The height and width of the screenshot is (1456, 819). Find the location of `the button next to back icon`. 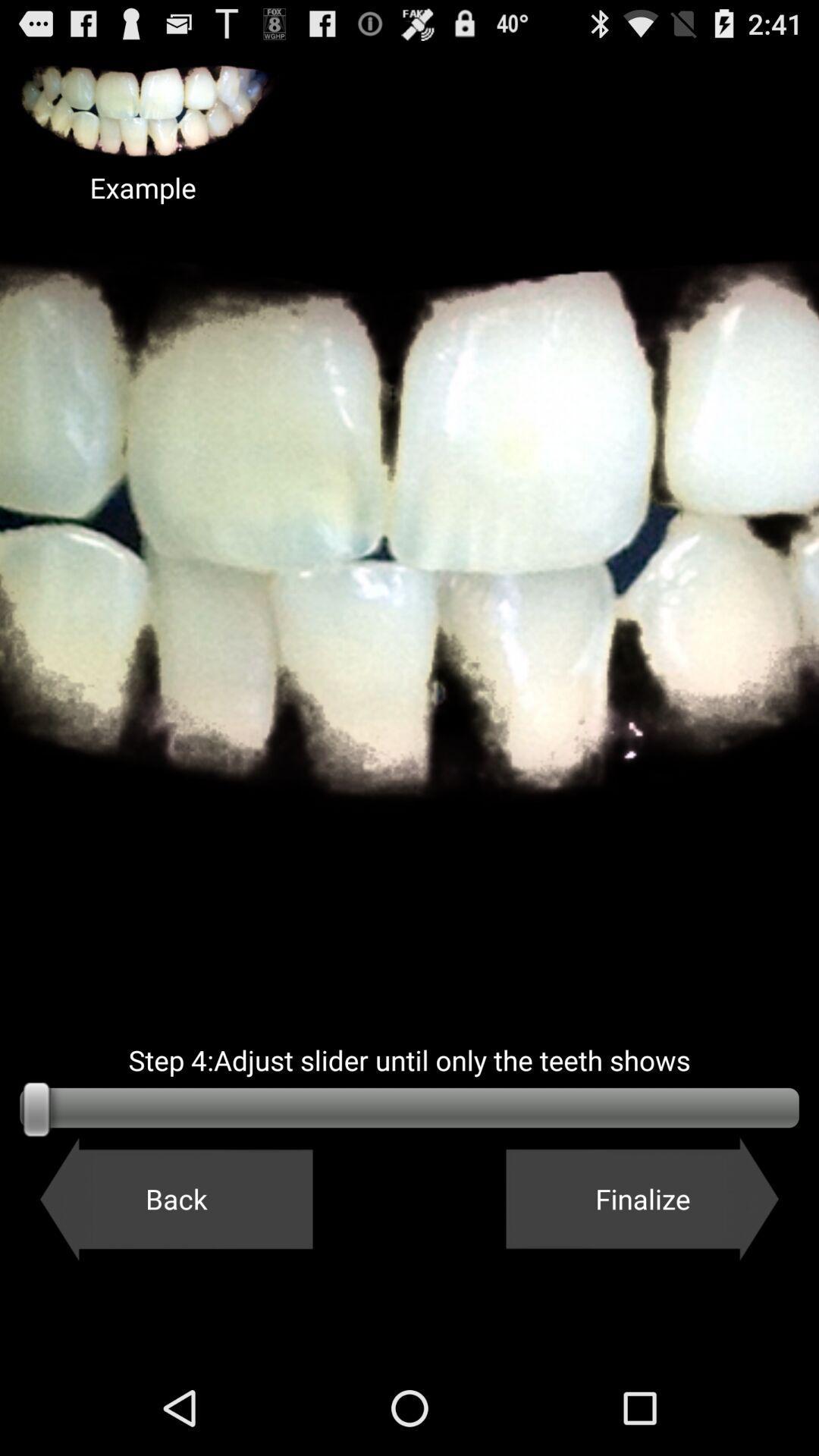

the button next to back icon is located at coordinates (642, 1198).